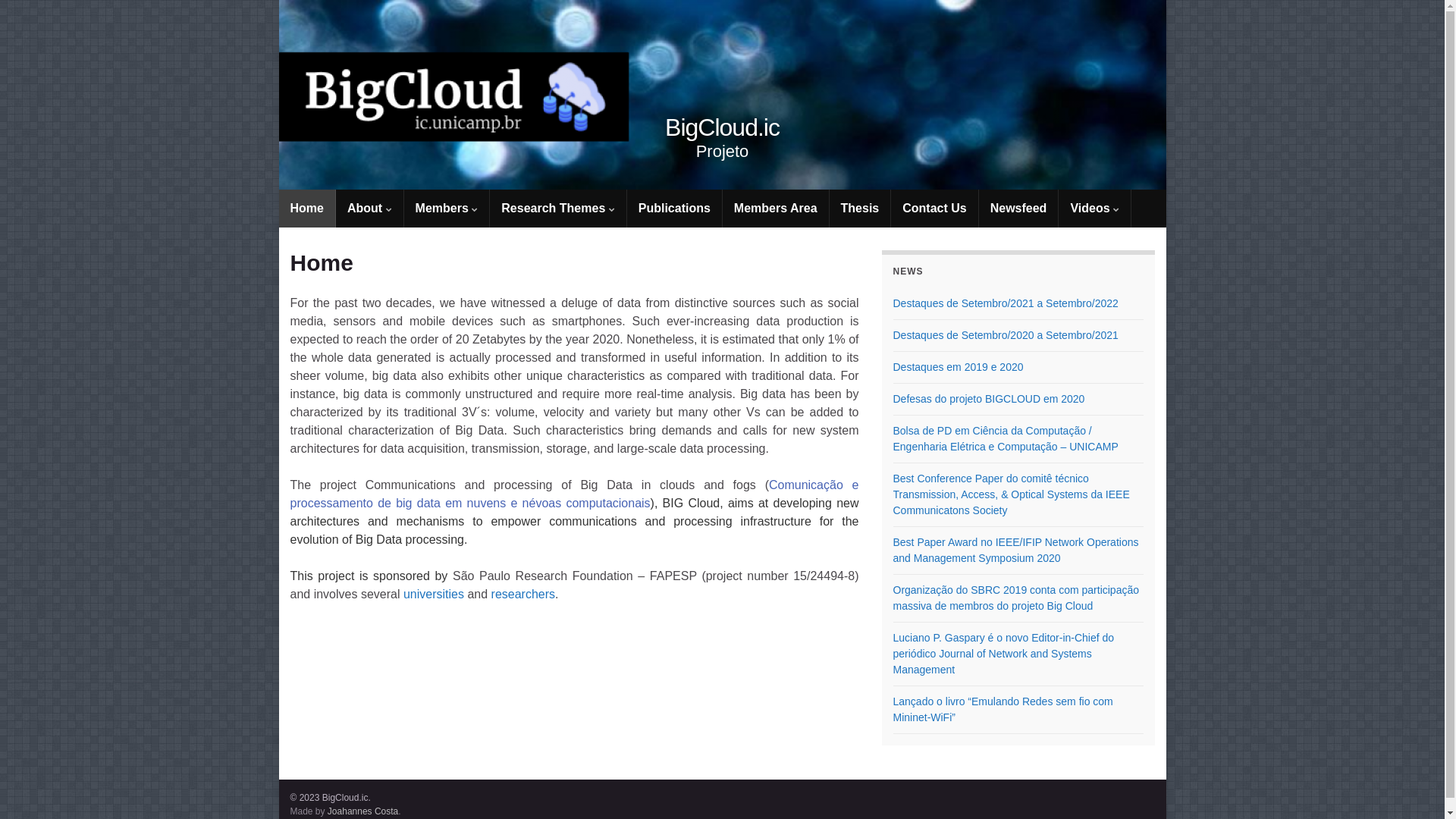 This screenshot has width=1456, height=819. What do you see at coordinates (523, 593) in the screenshot?
I see `'researchers'` at bounding box center [523, 593].